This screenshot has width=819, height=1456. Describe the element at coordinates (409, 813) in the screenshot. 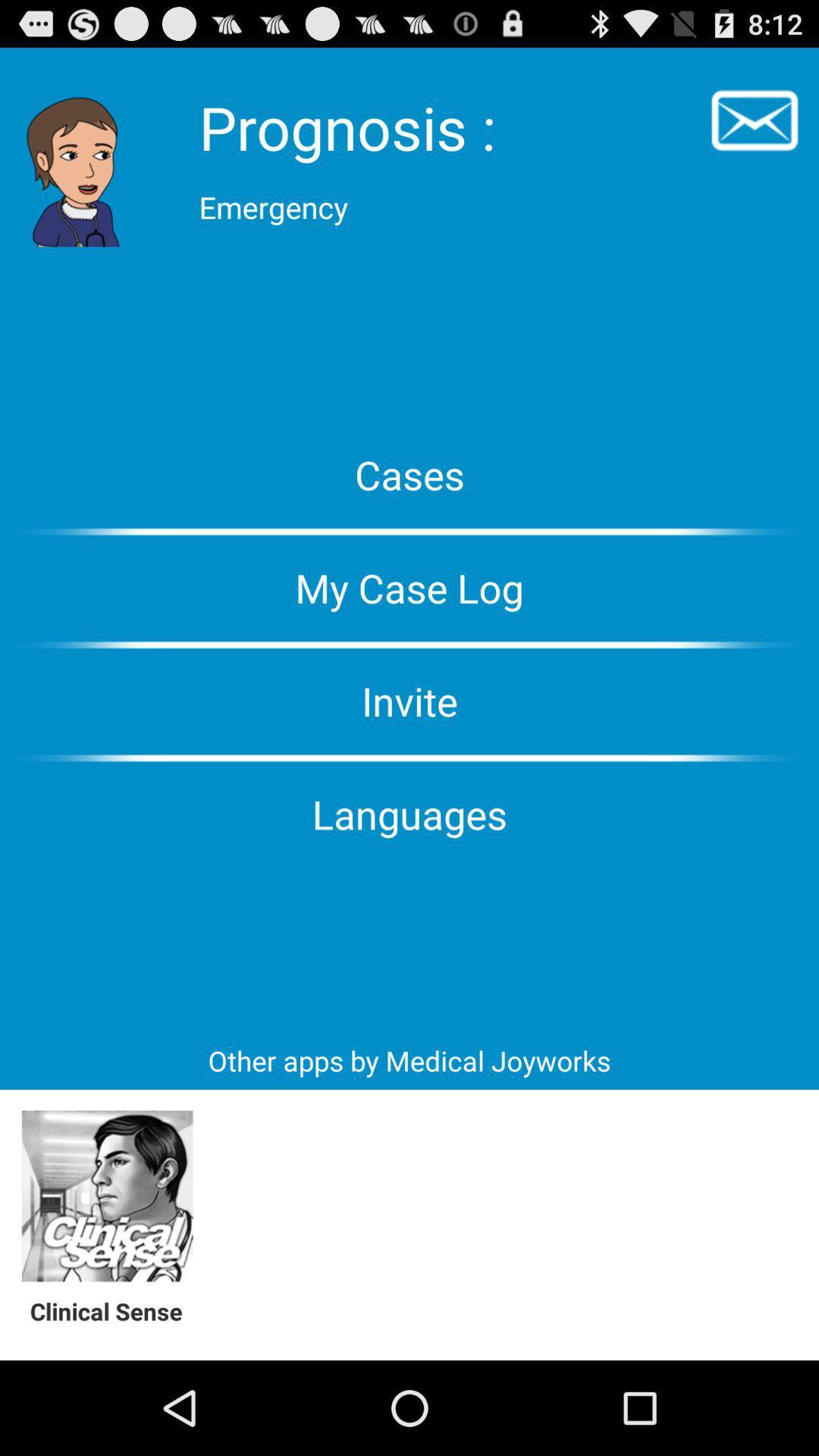

I see `item above other apps by app` at that location.